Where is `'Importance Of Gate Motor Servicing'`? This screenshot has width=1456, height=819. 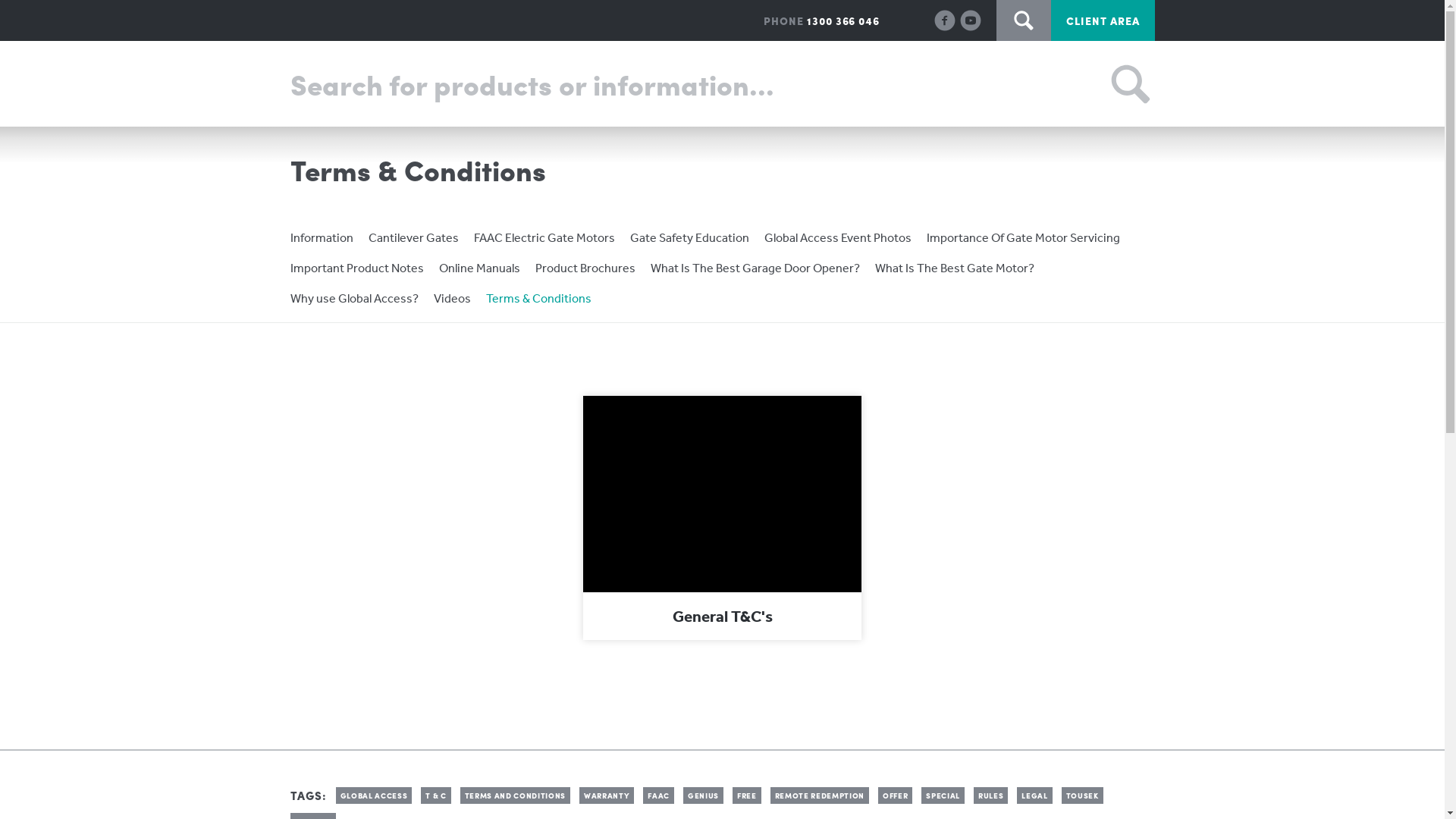
'Importance Of Gate Motor Servicing' is located at coordinates (1023, 237).